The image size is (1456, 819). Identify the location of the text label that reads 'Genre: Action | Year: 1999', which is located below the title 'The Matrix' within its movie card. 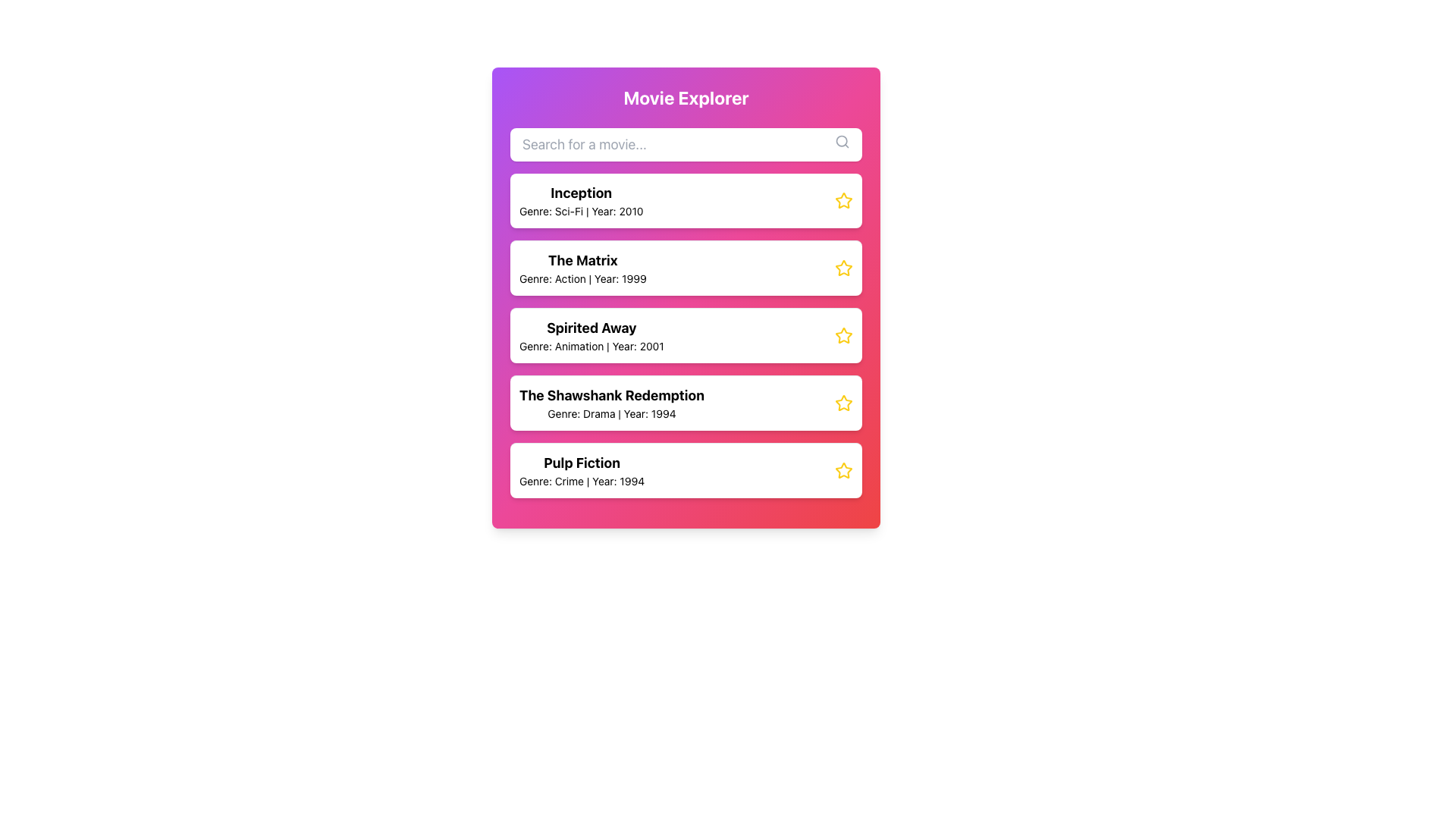
(582, 278).